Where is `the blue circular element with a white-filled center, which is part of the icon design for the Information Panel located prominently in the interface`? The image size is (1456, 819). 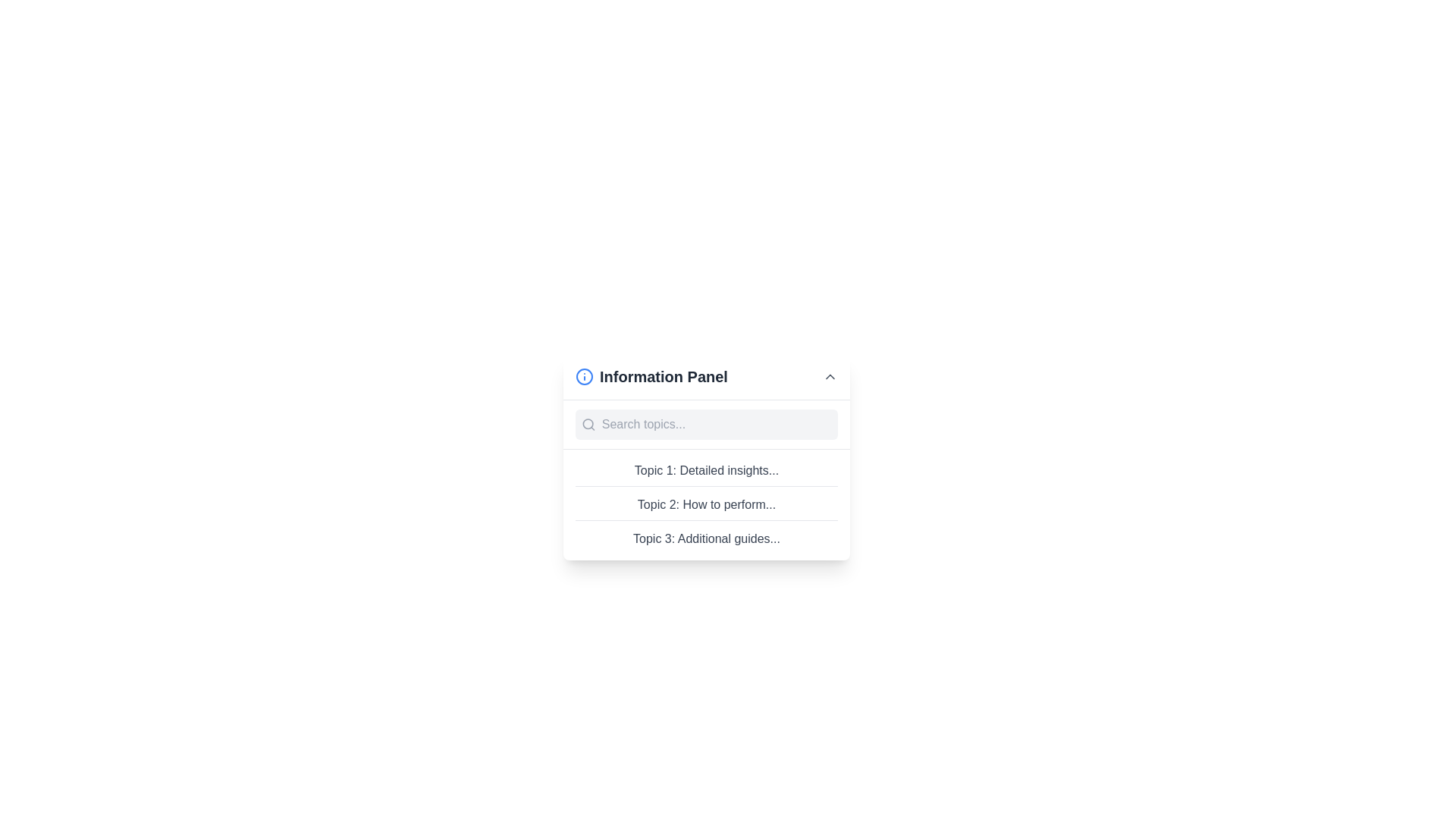
the blue circular element with a white-filled center, which is part of the icon design for the Information Panel located prominently in the interface is located at coordinates (584, 376).